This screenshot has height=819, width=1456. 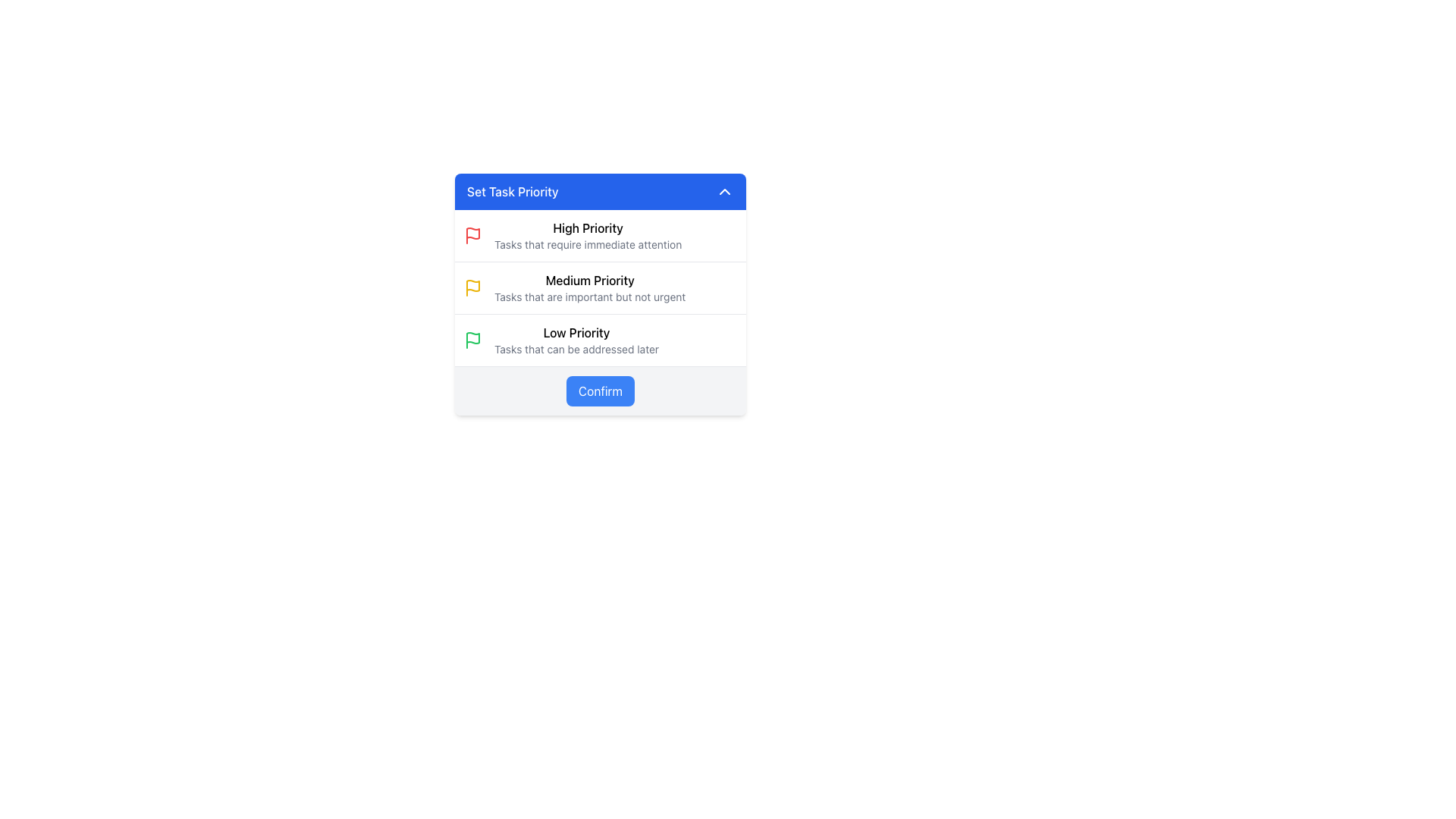 What do you see at coordinates (576, 350) in the screenshot?
I see `the text label 'Tasks that can be addressed later', which is presented in a small-sized gray font and located under the 'Low Priority' label with a green flag icon` at bounding box center [576, 350].